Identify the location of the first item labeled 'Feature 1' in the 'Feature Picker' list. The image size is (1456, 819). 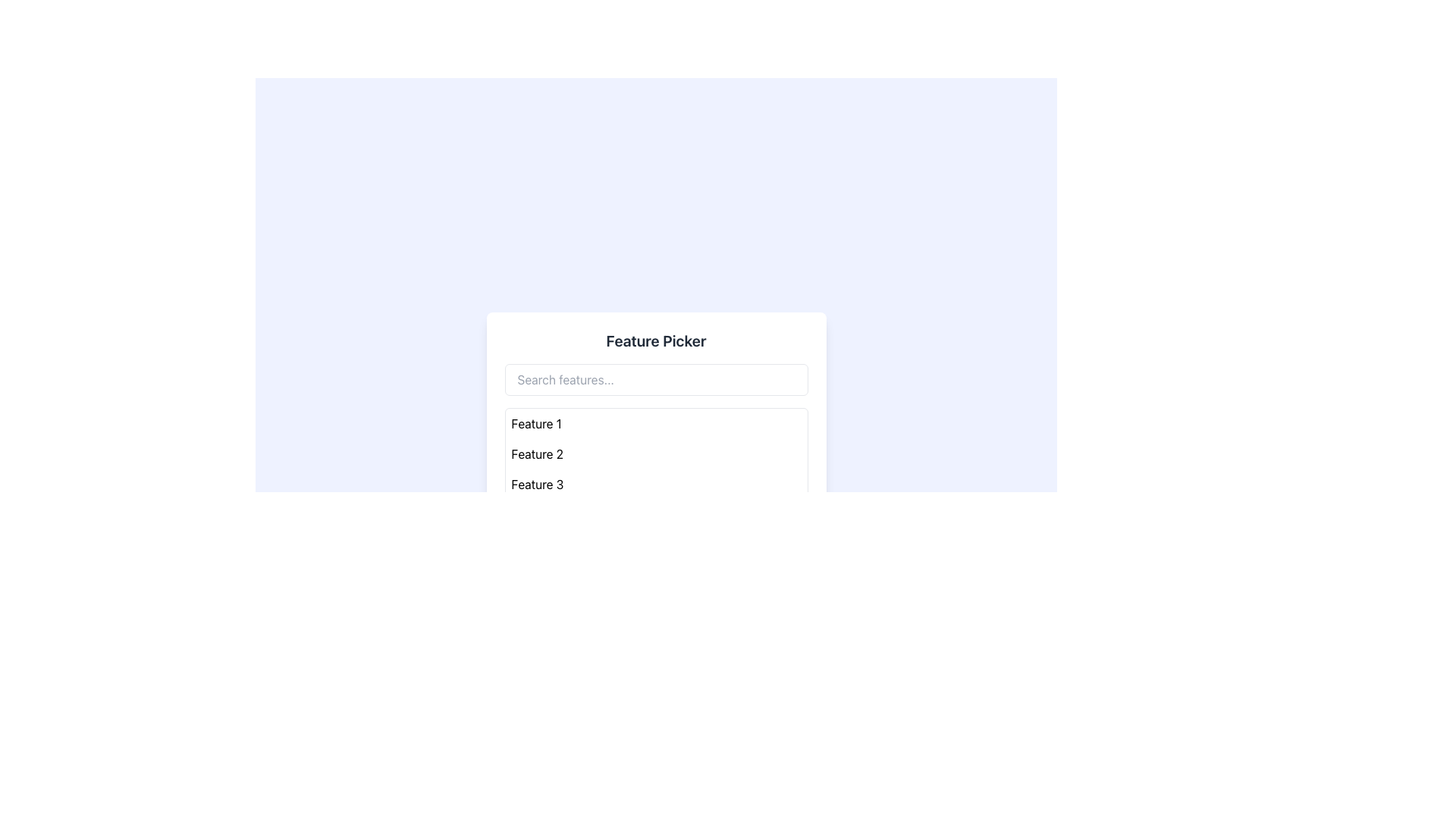
(656, 424).